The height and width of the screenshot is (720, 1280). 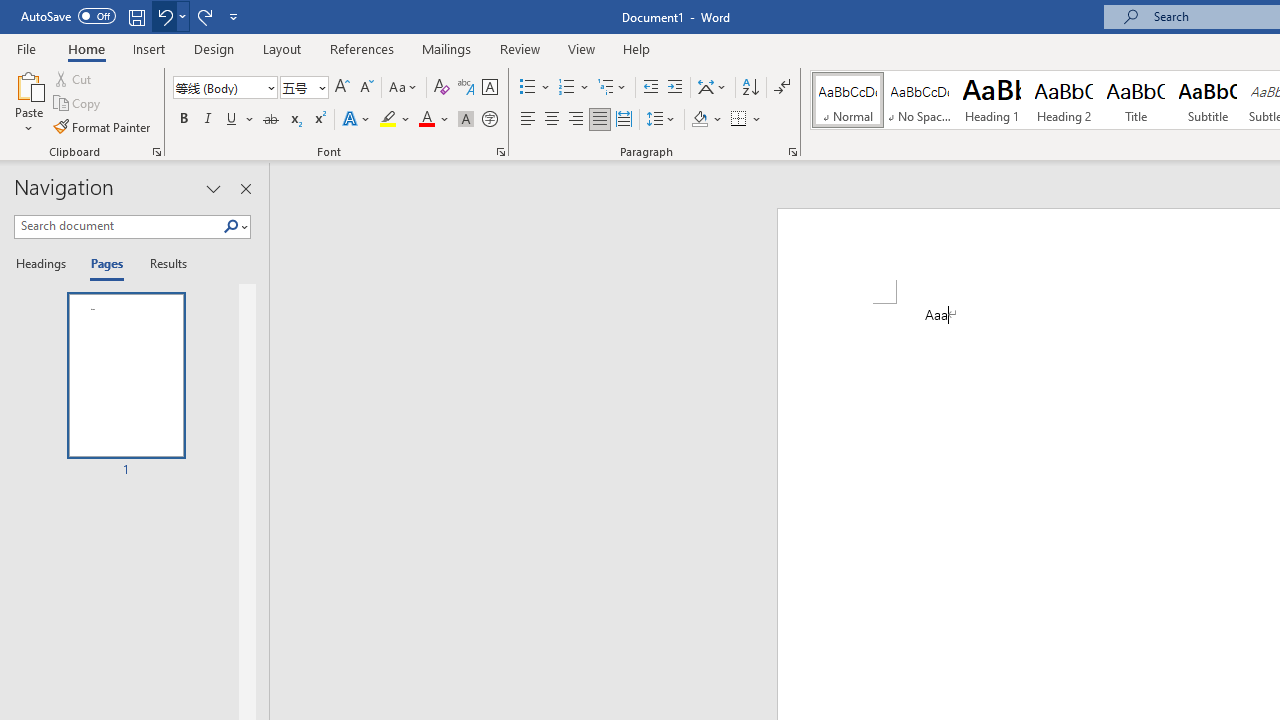 I want to click on 'Text Highlight Color', so click(x=395, y=119).